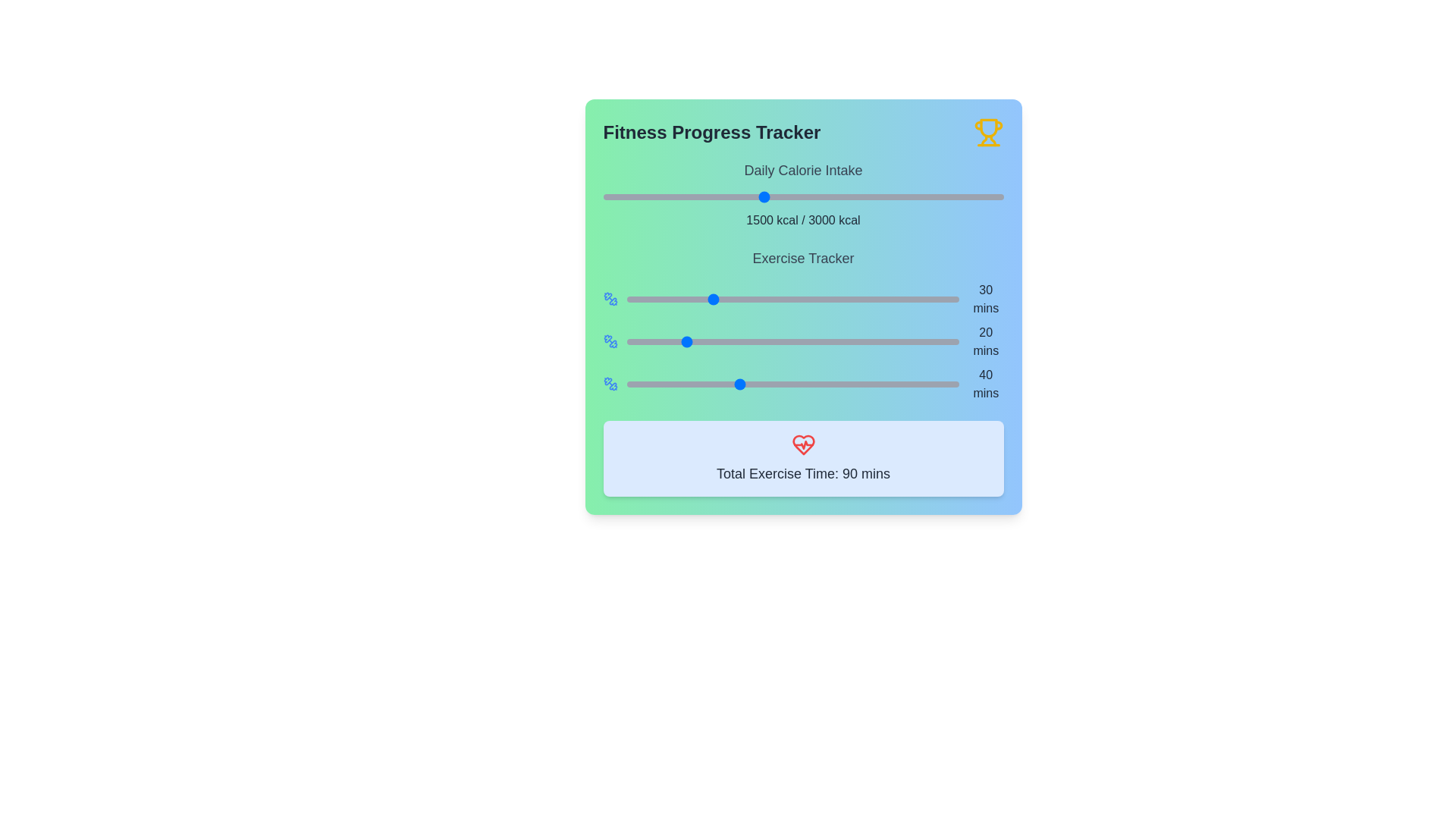 Image resolution: width=1456 pixels, height=819 pixels. I want to click on the first decorative dumbbell-shaped icon with blue tones located in the exercise tracker section, so click(607, 297).